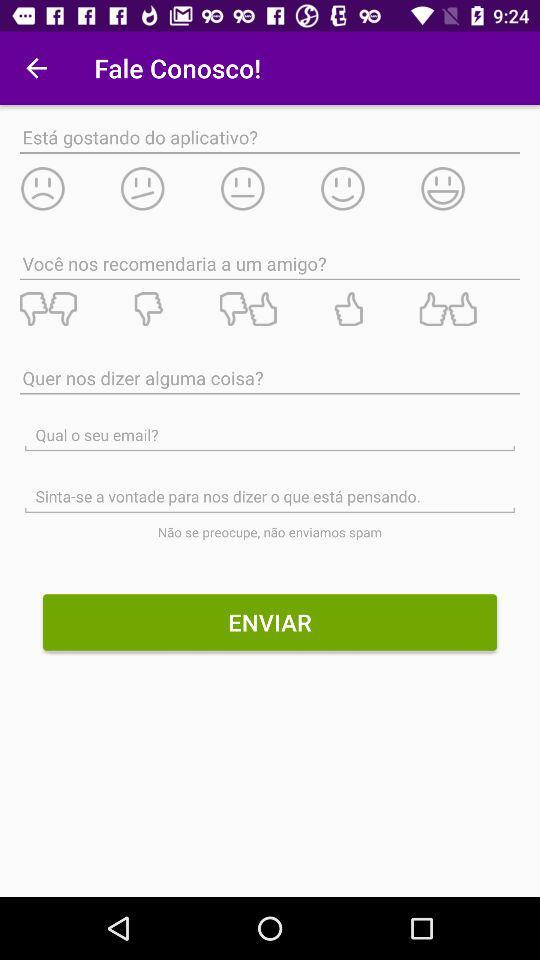 This screenshot has width=540, height=960. Describe the element at coordinates (269, 188) in the screenshot. I see `undecided` at that location.